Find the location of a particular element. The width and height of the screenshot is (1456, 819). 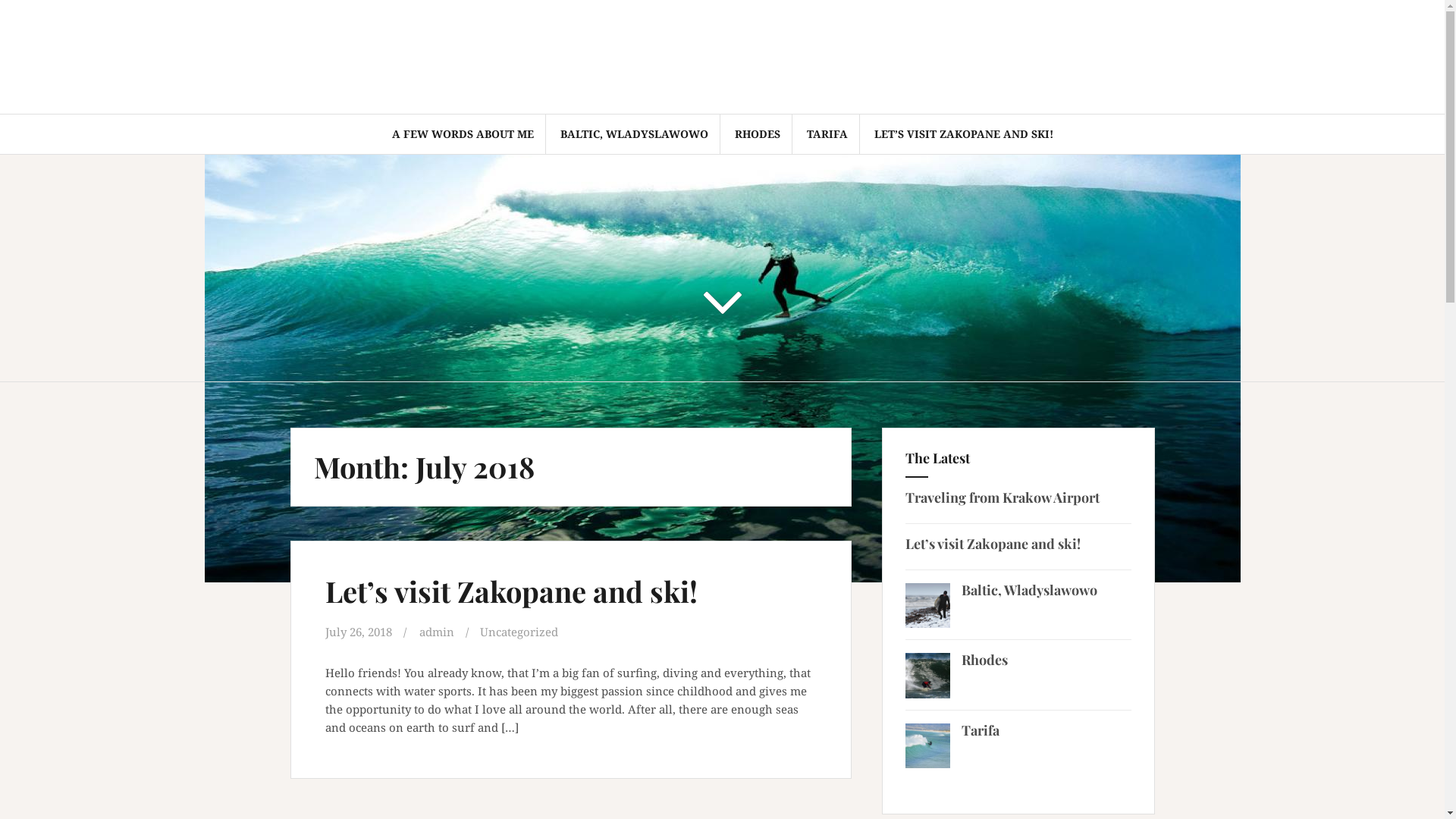

'July 26, 2018' is located at coordinates (356, 632).